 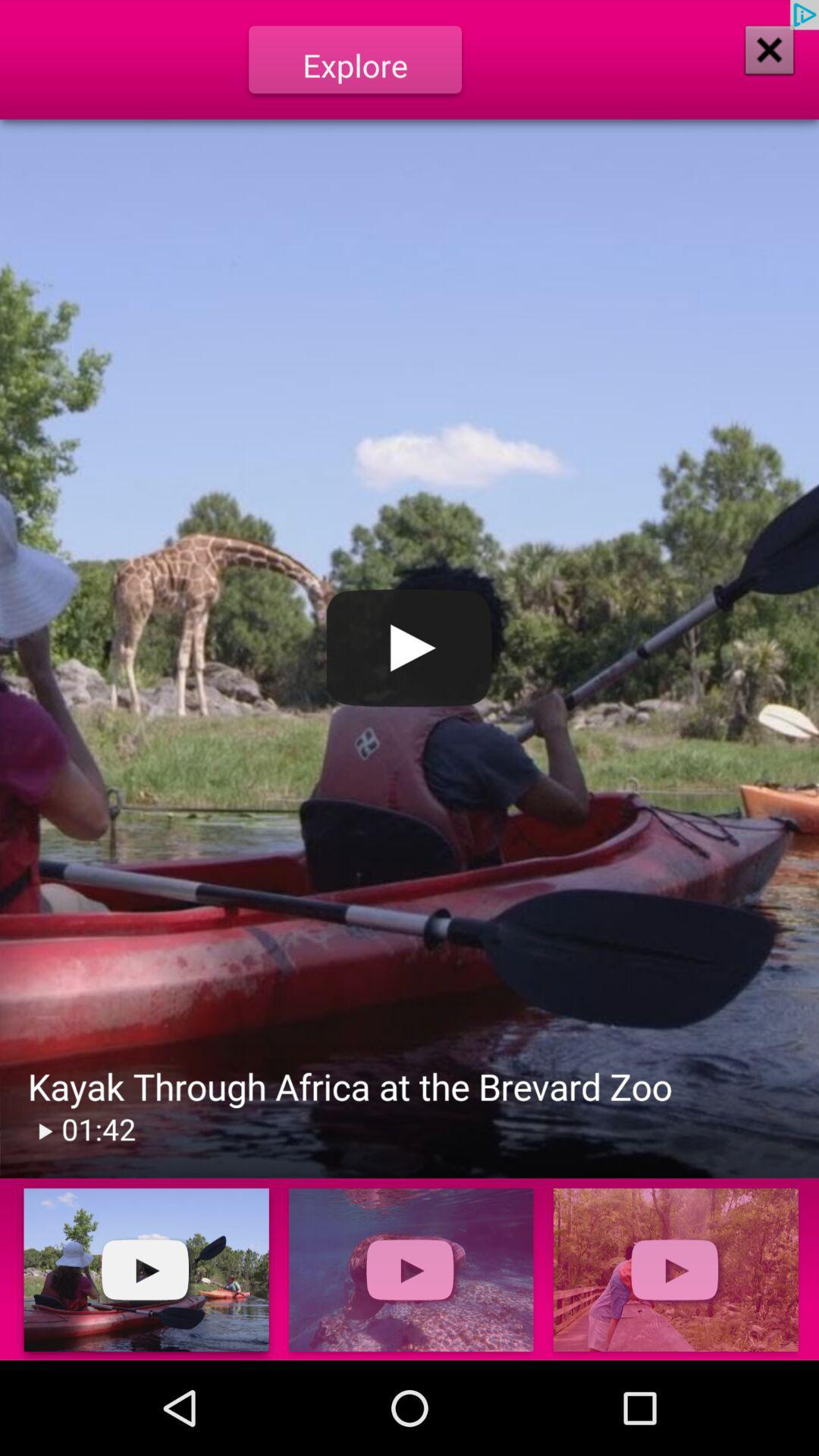 What do you see at coordinates (769, 53) in the screenshot?
I see `the close icon` at bounding box center [769, 53].